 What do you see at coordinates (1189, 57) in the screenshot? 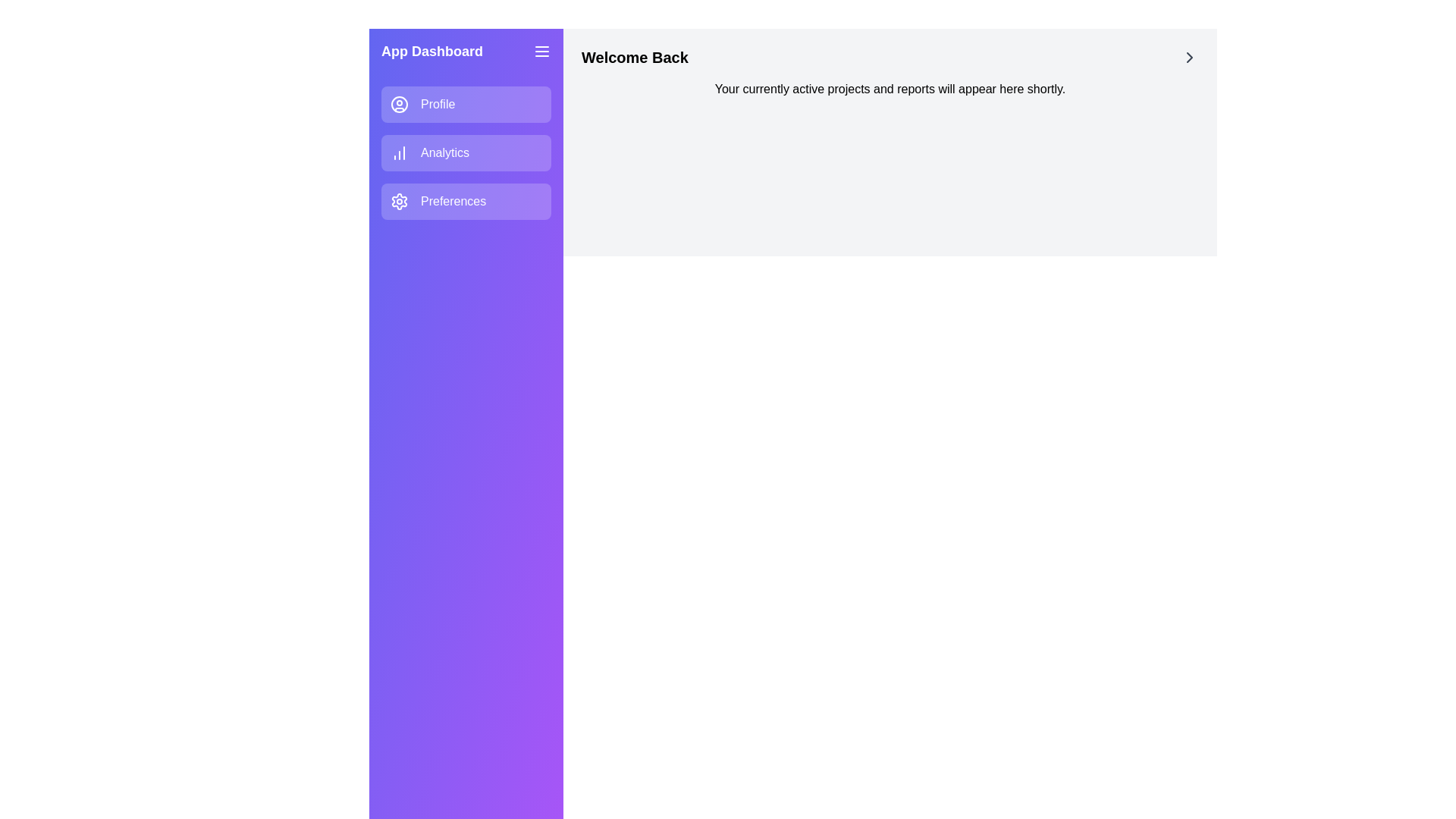
I see `the chevron icon to perform its action` at bounding box center [1189, 57].